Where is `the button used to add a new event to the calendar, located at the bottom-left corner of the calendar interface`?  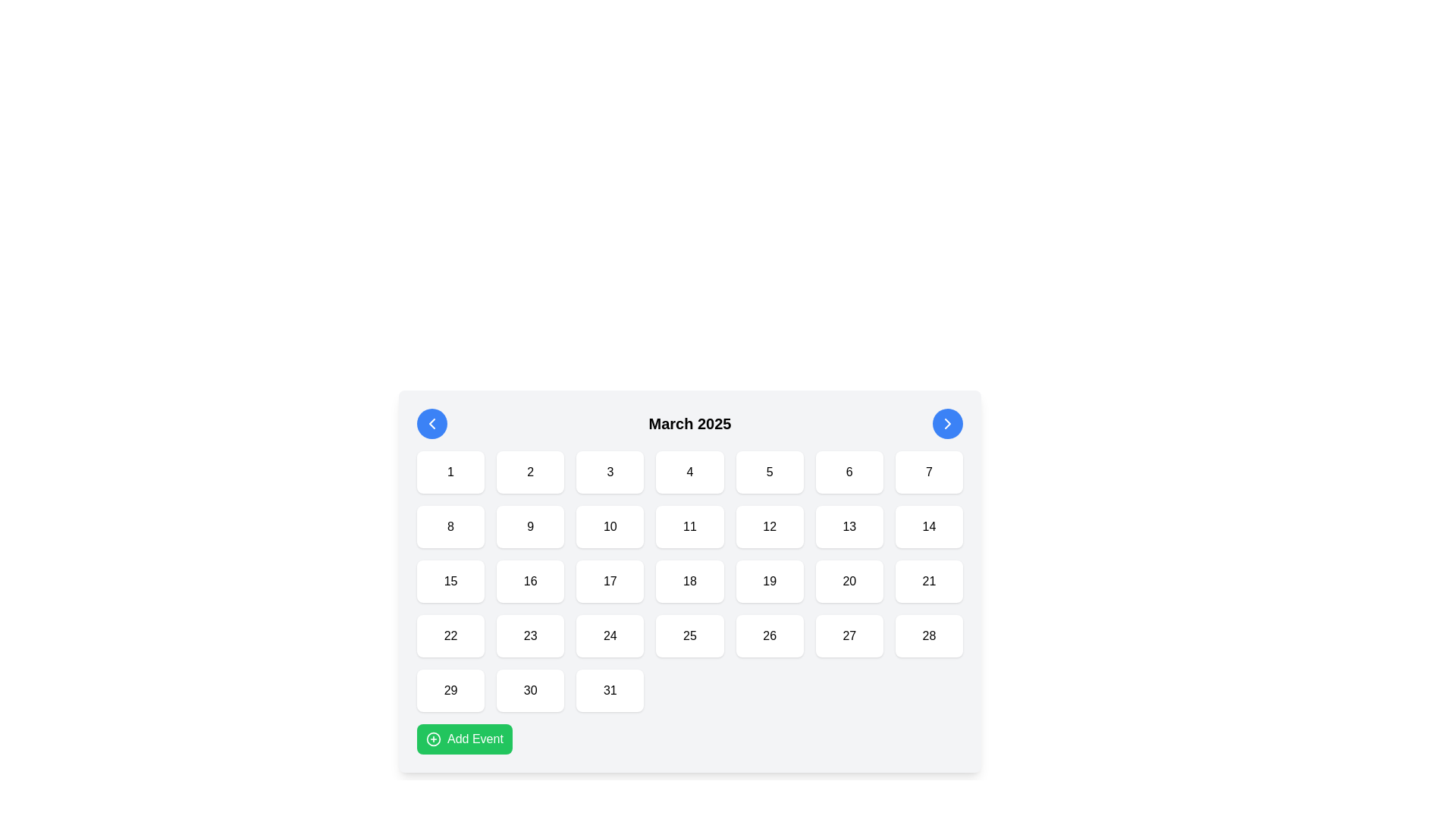 the button used to add a new event to the calendar, located at the bottom-left corner of the calendar interface is located at coordinates (463, 739).